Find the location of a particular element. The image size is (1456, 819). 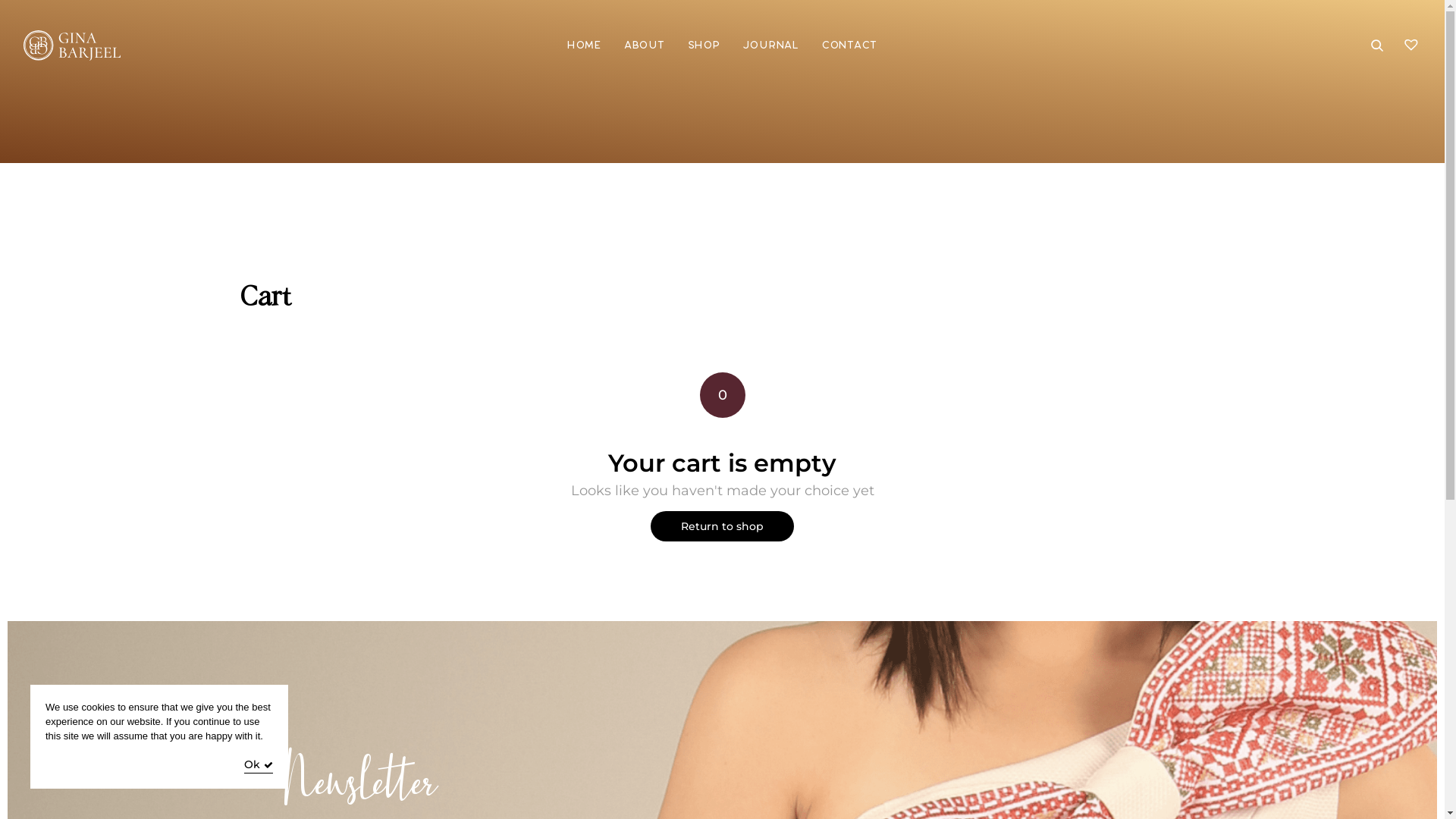

'Contact' is located at coordinates (849, 45).